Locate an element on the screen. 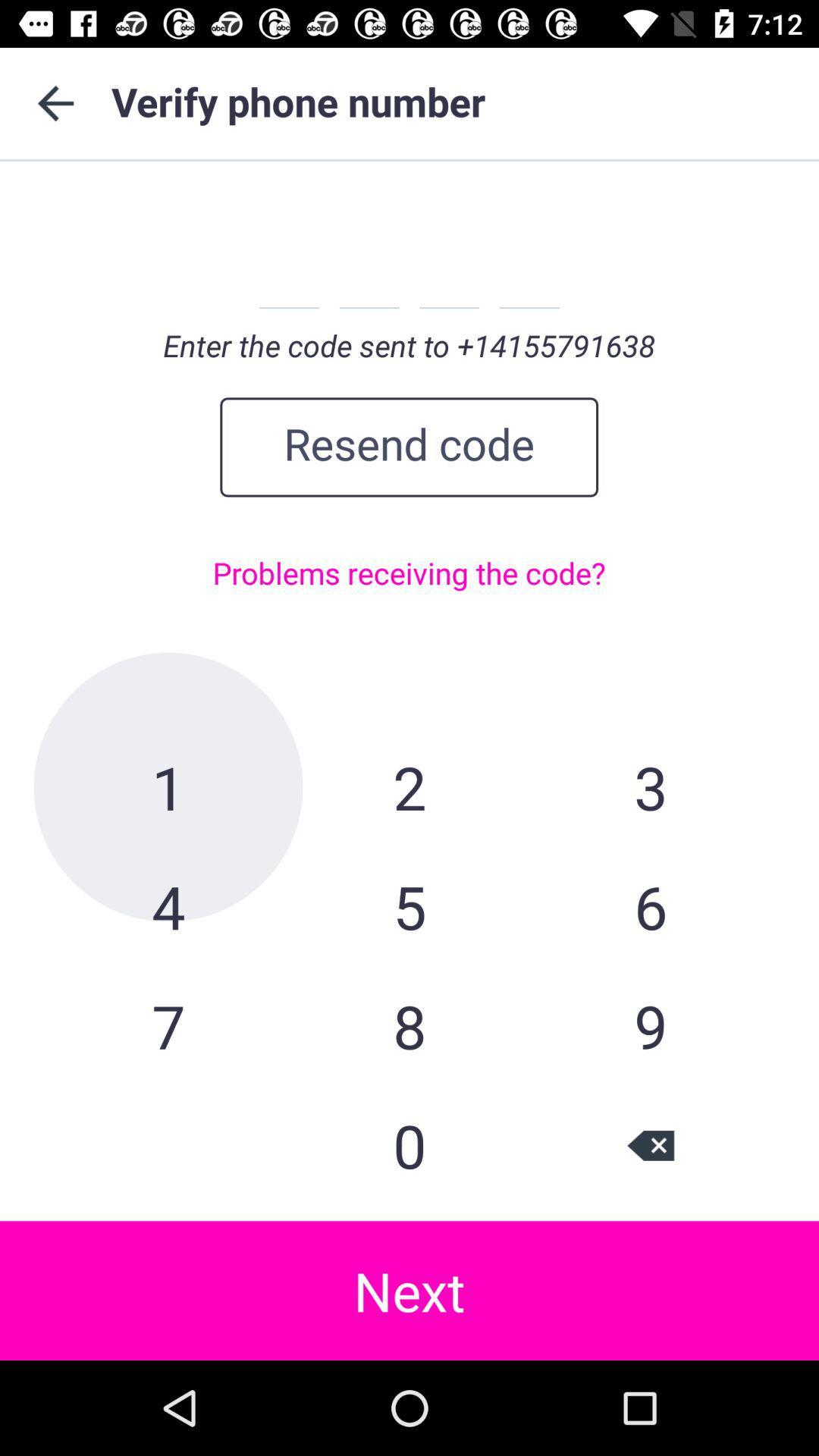 This screenshot has width=819, height=1456. the button resend code on the web page is located at coordinates (408, 447).